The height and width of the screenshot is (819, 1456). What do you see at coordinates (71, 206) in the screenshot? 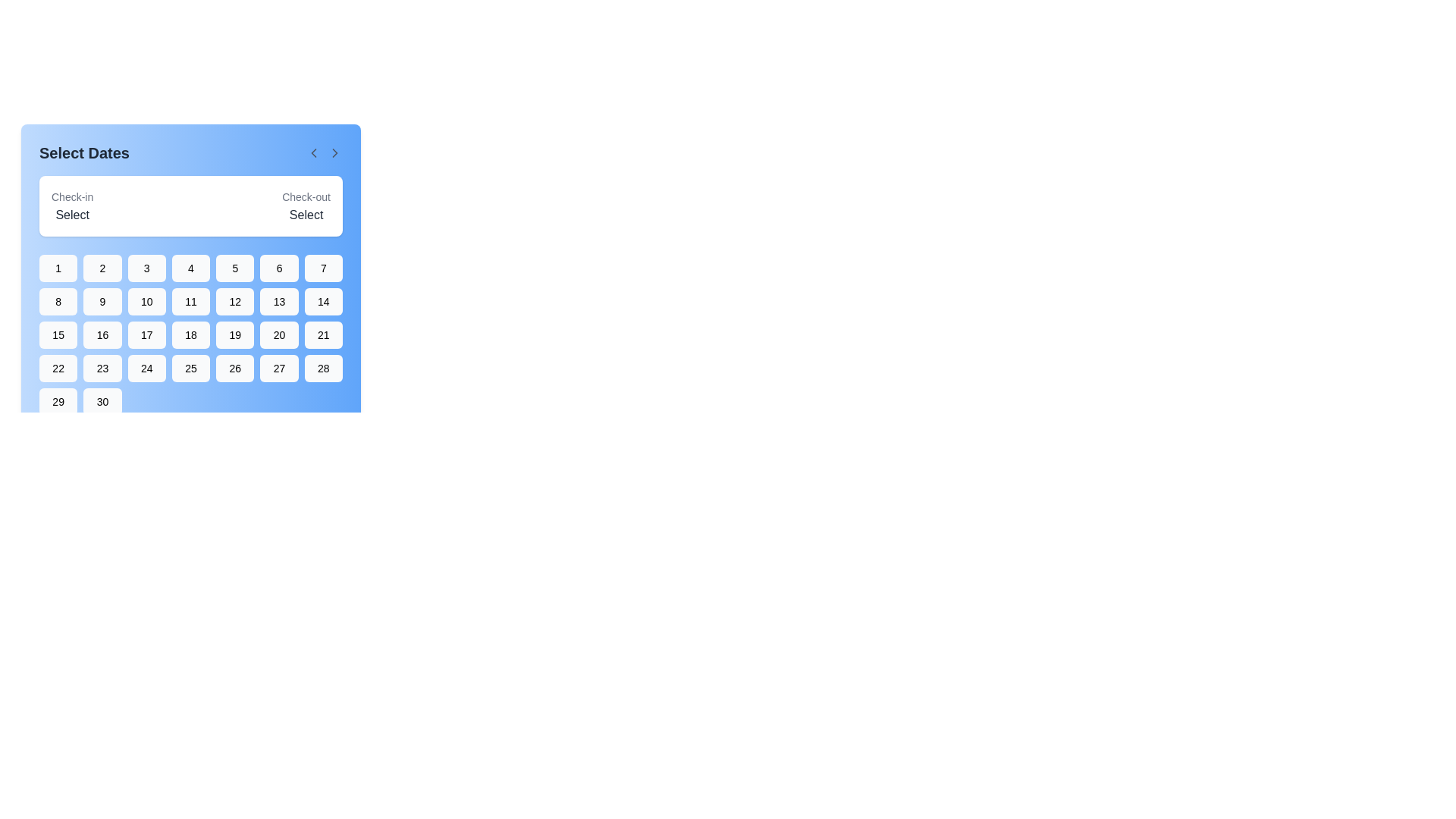
I see `the 'Check-in' date selection area in the date picker interface` at bounding box center [71, 206].